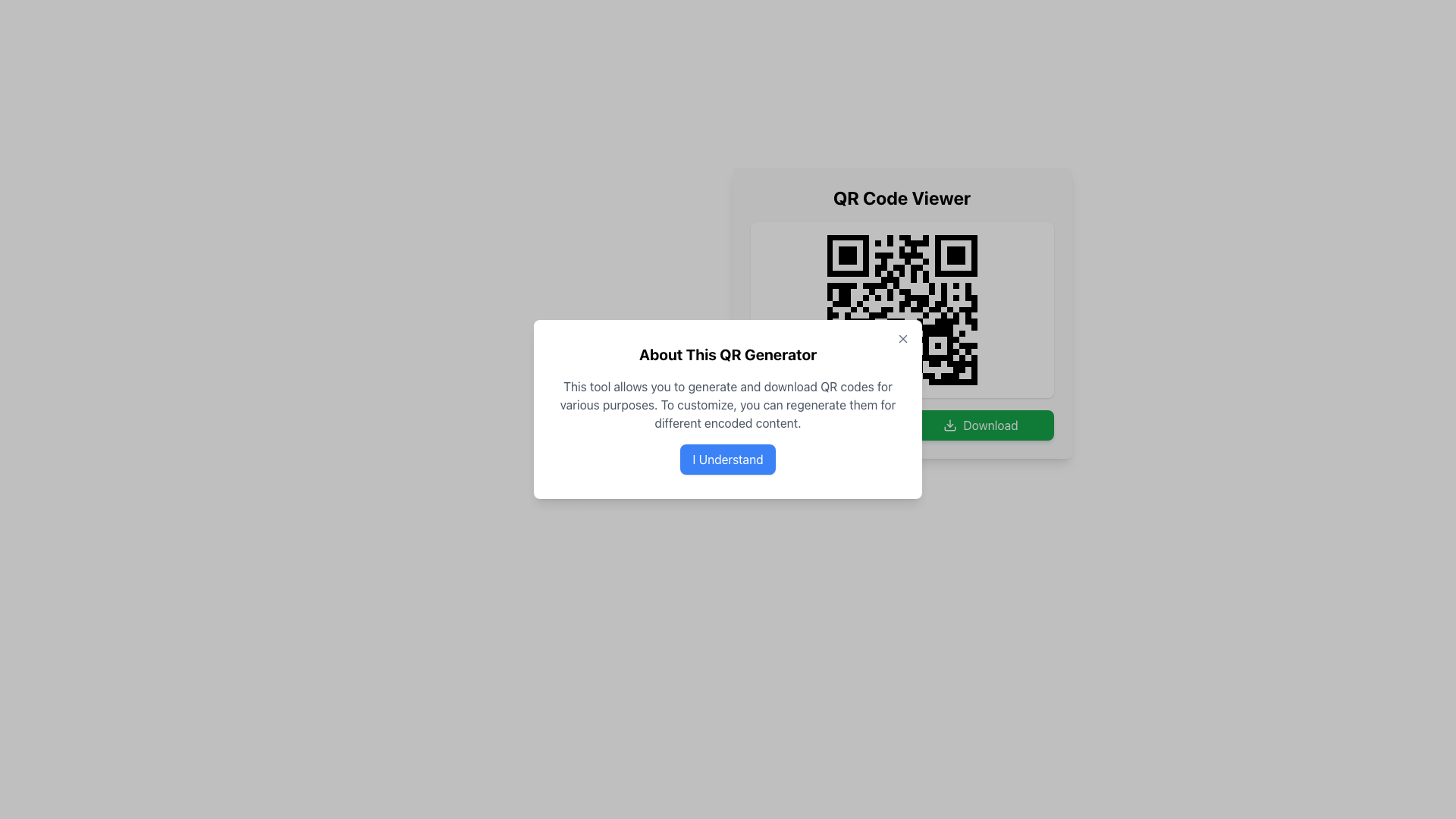 The height and width of the screenshot is (819, 1456). Describe the element at coordinates (981, 425) in the screenshot. I see `the 'Download' button with a green background and white text, which is the second button in a horizontal layout, to initiate the file download` at that location.